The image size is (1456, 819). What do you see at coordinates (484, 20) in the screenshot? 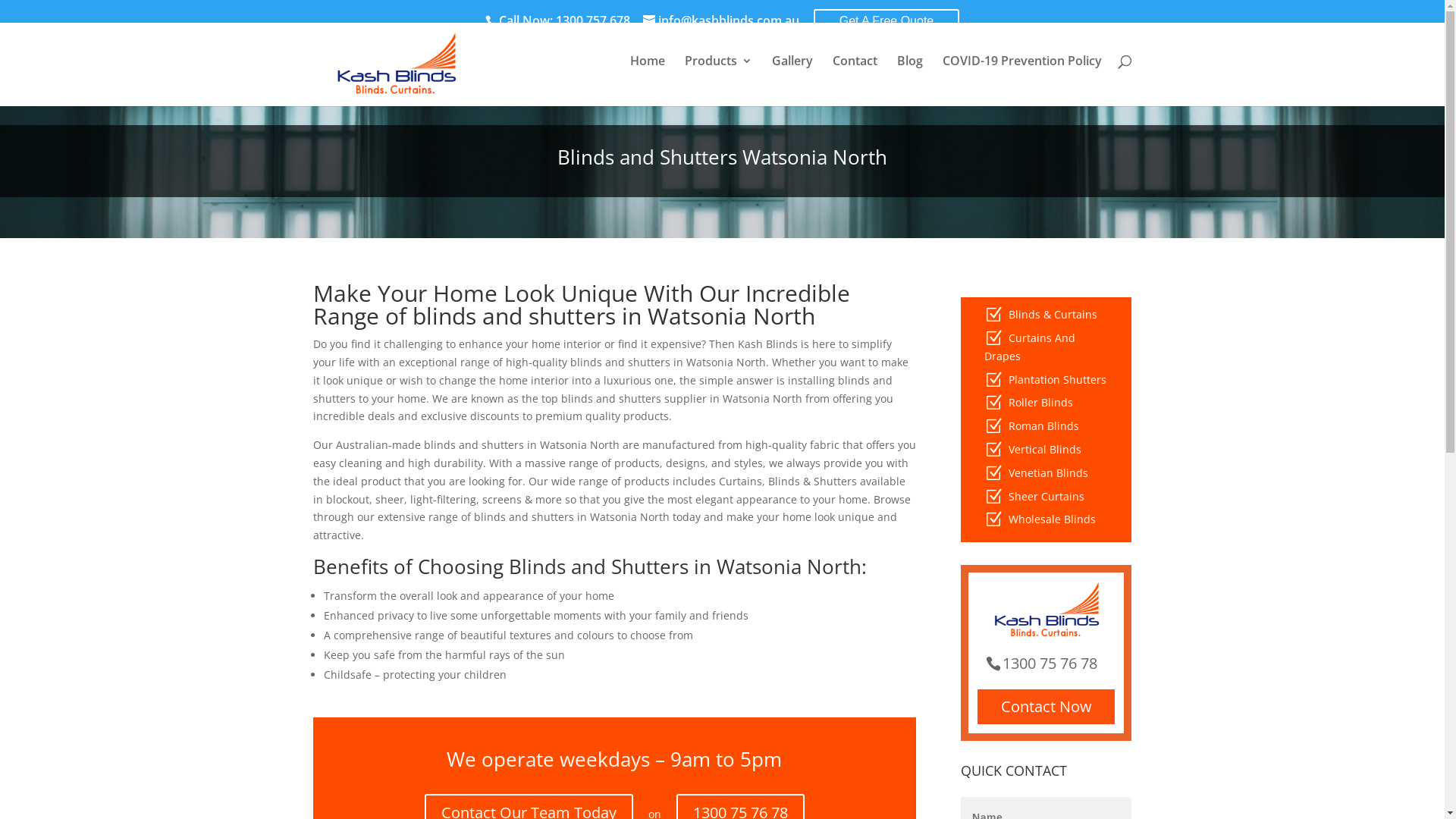
I see `'Call Now: 1300 757 678'` at bounding box center [484, 20].